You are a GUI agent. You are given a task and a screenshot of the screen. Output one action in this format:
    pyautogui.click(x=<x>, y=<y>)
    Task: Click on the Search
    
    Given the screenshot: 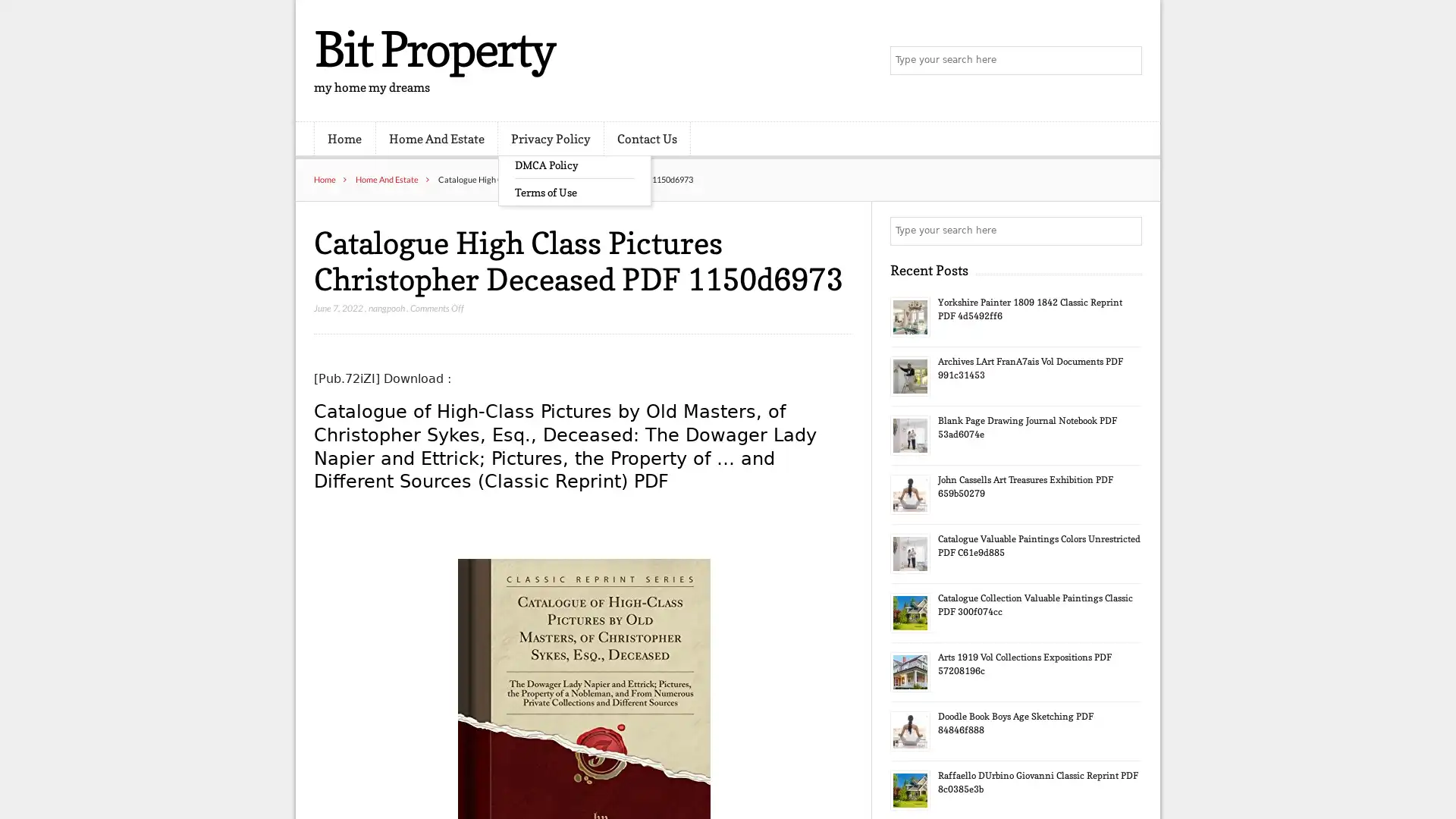 What is the action you would take?
    pyautogui.click(x=1126, y=61)
    